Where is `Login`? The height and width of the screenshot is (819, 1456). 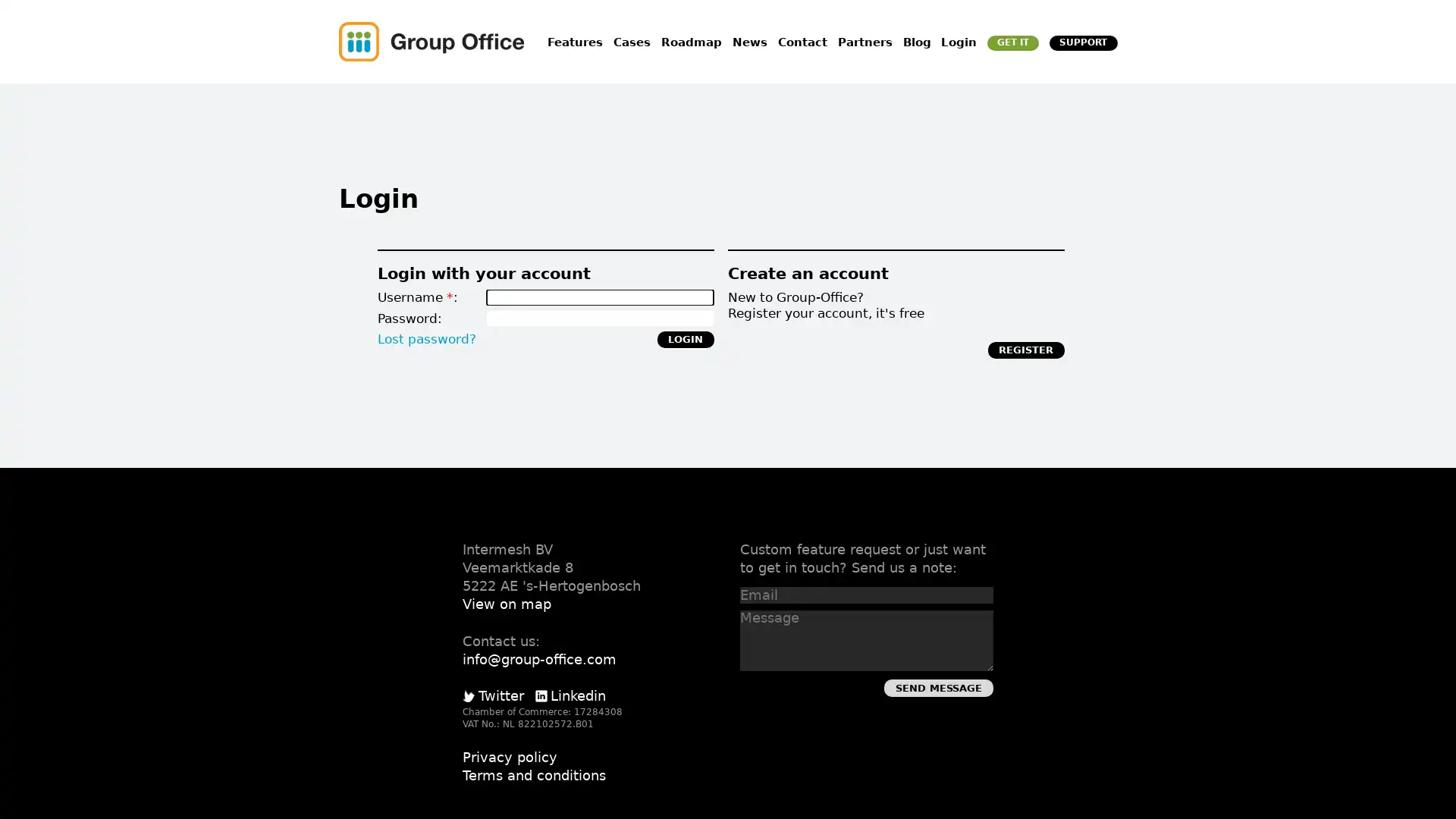 Login is located at coordinates (684, 338).